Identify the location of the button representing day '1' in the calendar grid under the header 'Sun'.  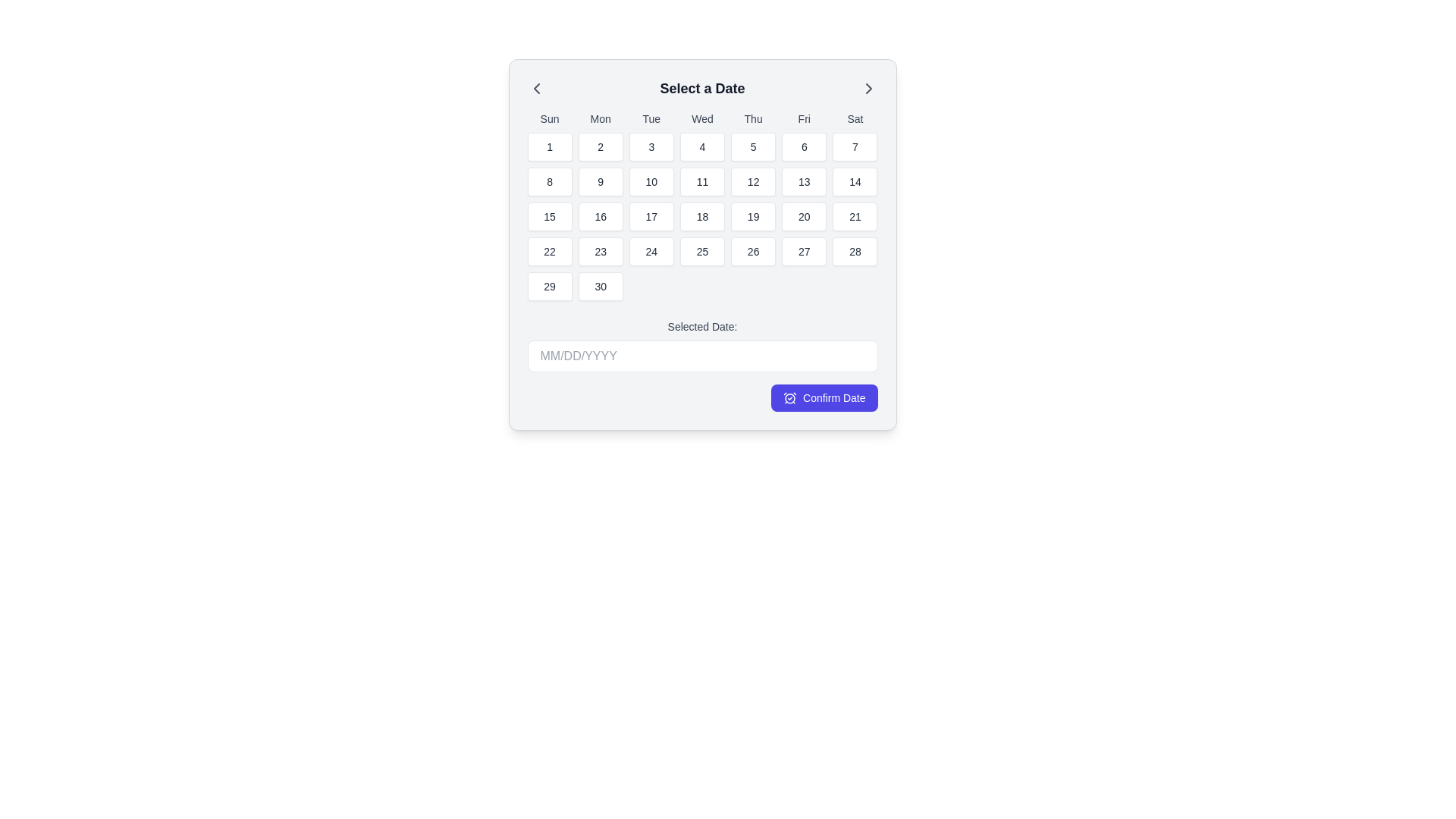
(548, 146).